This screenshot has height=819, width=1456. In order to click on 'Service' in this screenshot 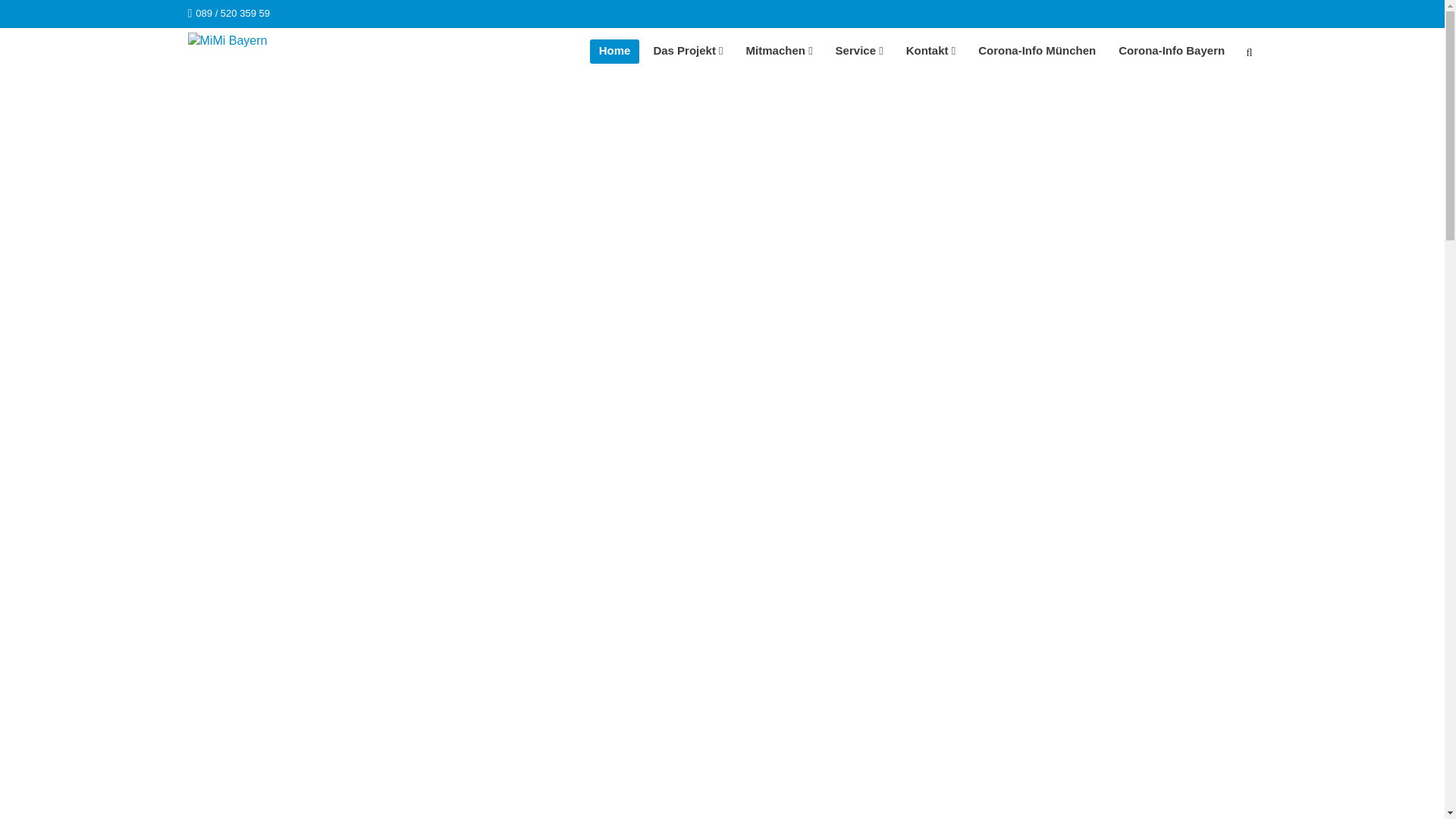, I will do `click(859, 51)`.